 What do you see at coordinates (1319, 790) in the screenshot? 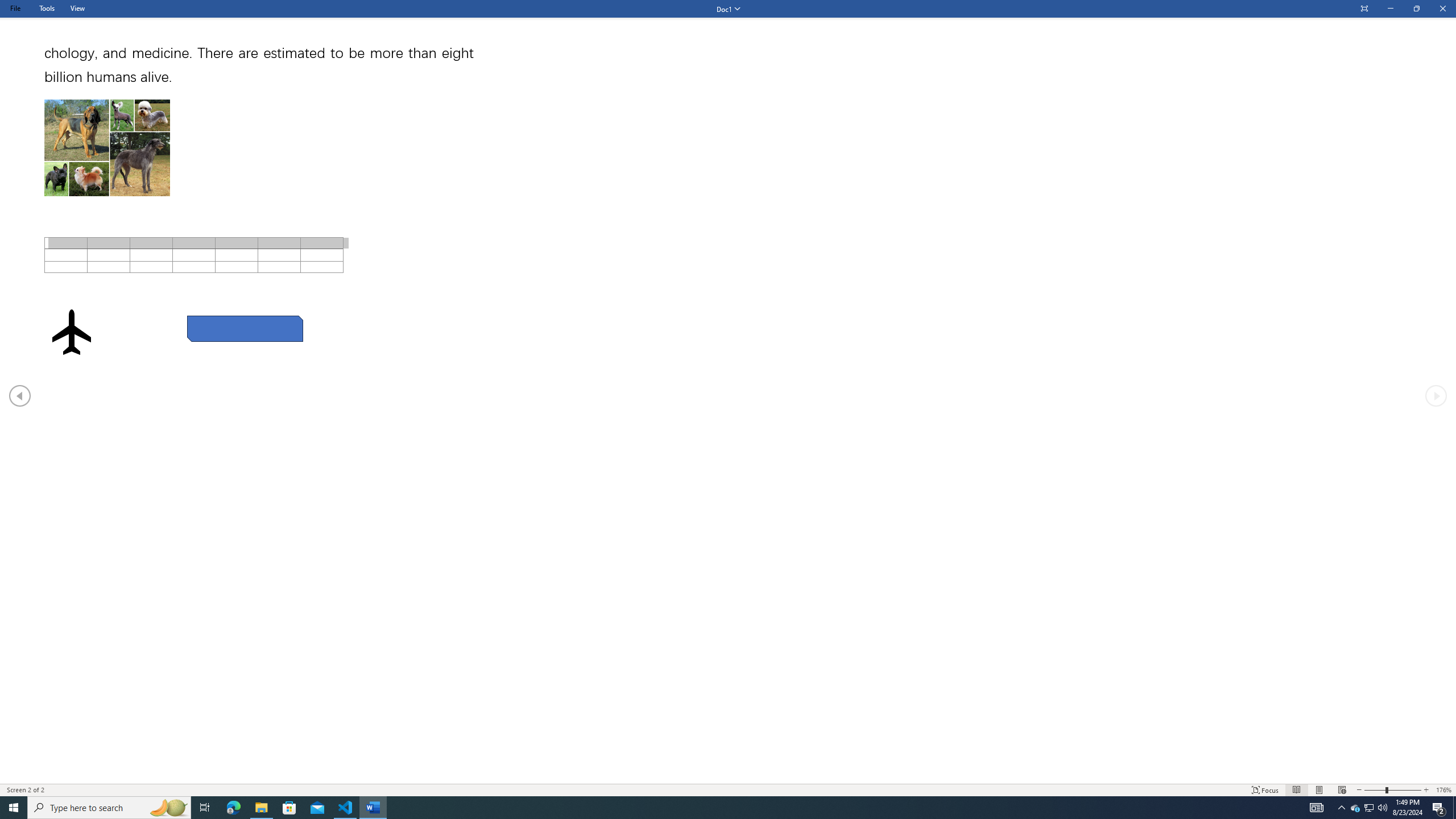
I see `'Print Layout'` at bounding box center [1319, 790].